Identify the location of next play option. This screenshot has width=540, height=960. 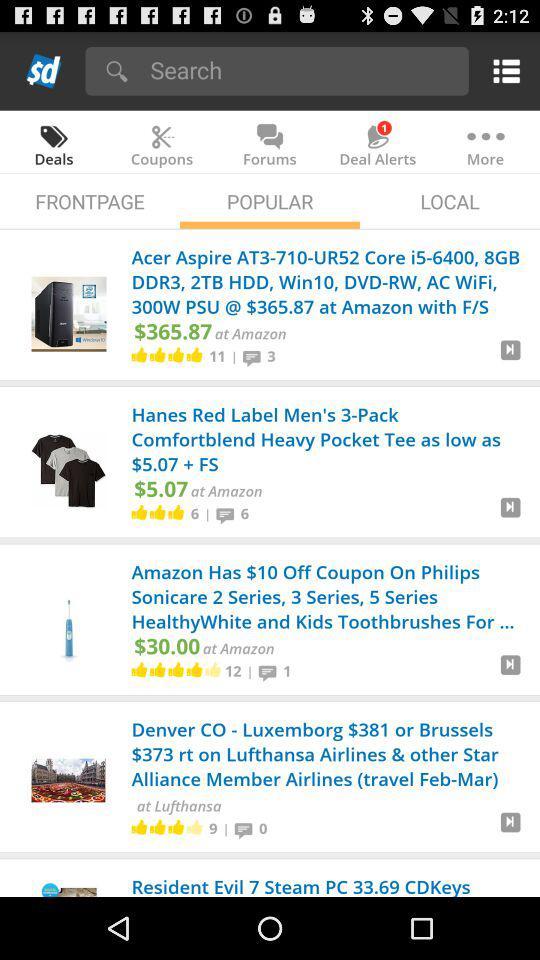
(510, 357).